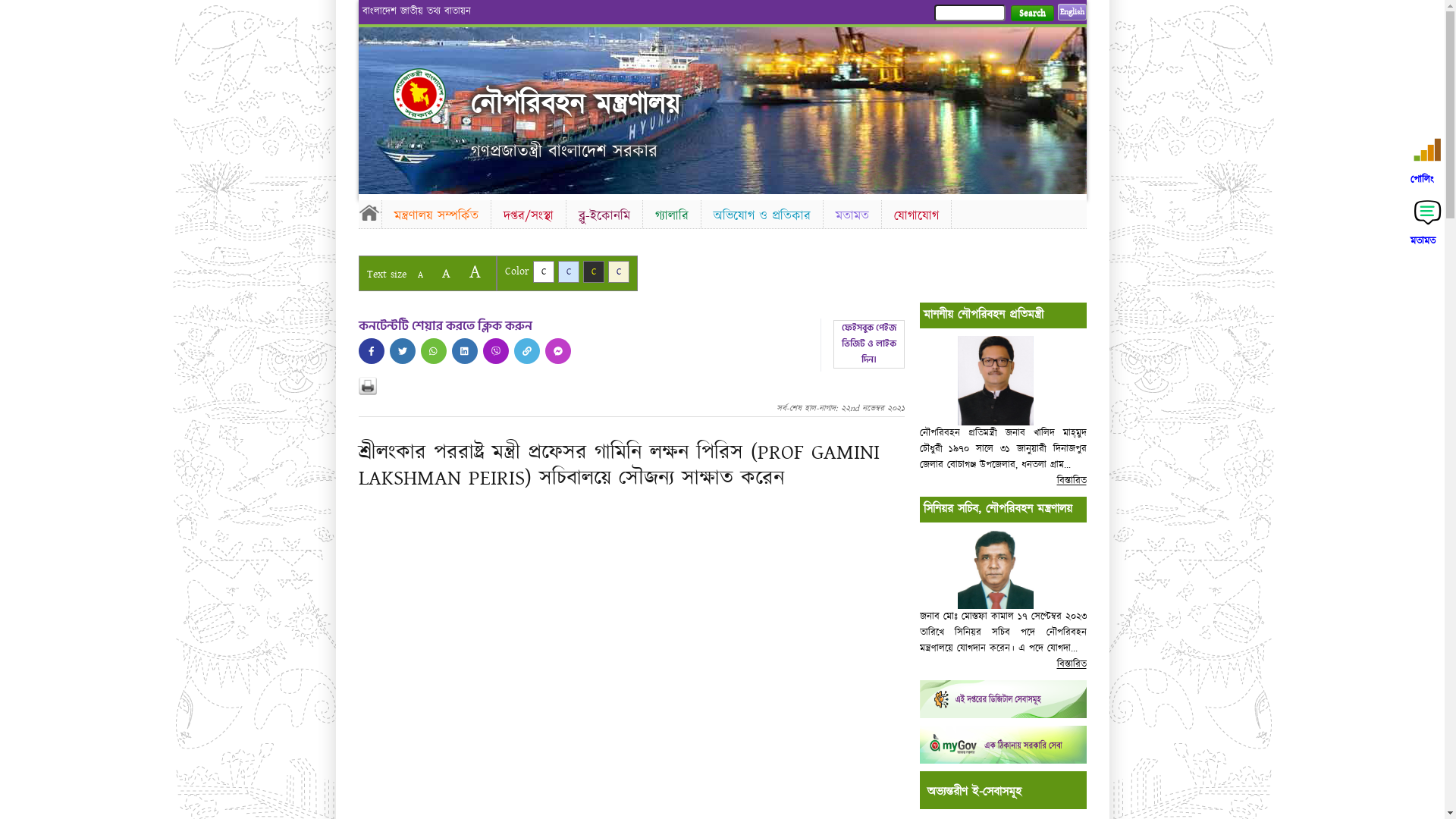 The width and height of the screenshot is (1456, 819). Describe the element at coordinates (473, 271) in the screenshot. I see `'A'` at that location.